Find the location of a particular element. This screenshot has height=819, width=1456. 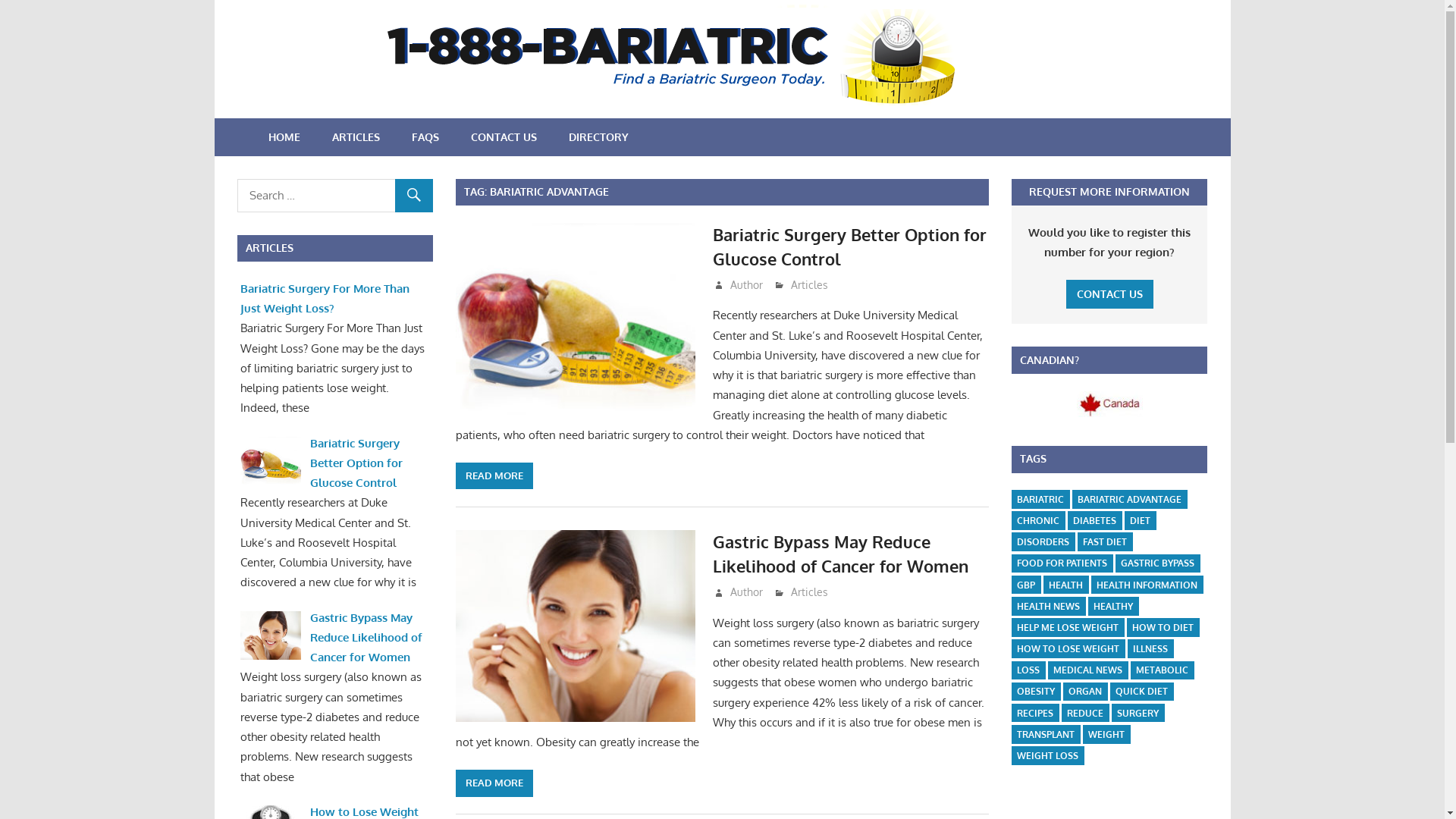

'WEIGHT' is located at coordinates (1106, 733).